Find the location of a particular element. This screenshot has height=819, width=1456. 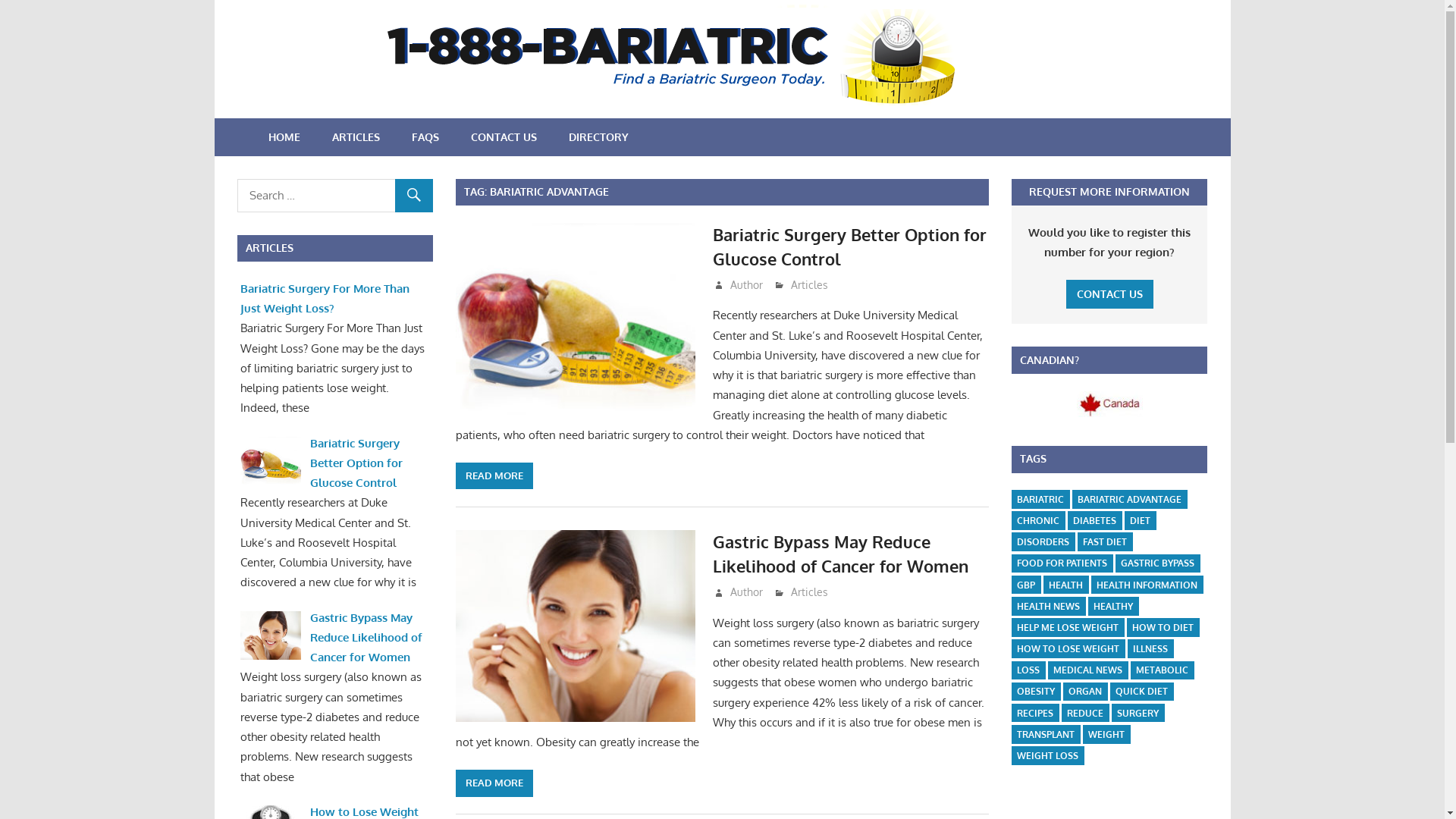

'WEIGHT' is located at coordinates (1106, 733).